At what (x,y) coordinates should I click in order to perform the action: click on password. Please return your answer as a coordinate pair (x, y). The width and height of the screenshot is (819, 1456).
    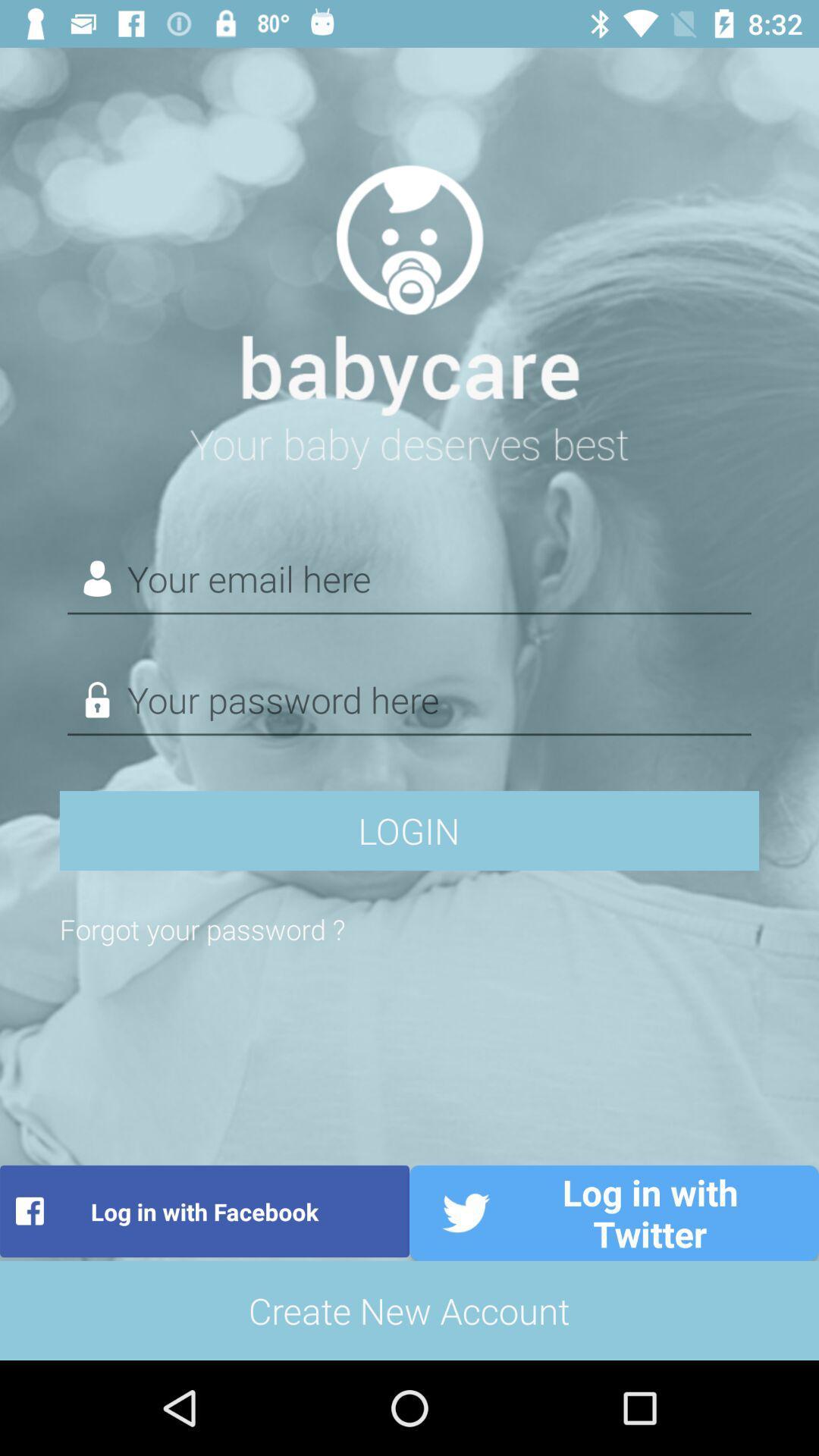
    Looking at the image, I should click on (409, 699).